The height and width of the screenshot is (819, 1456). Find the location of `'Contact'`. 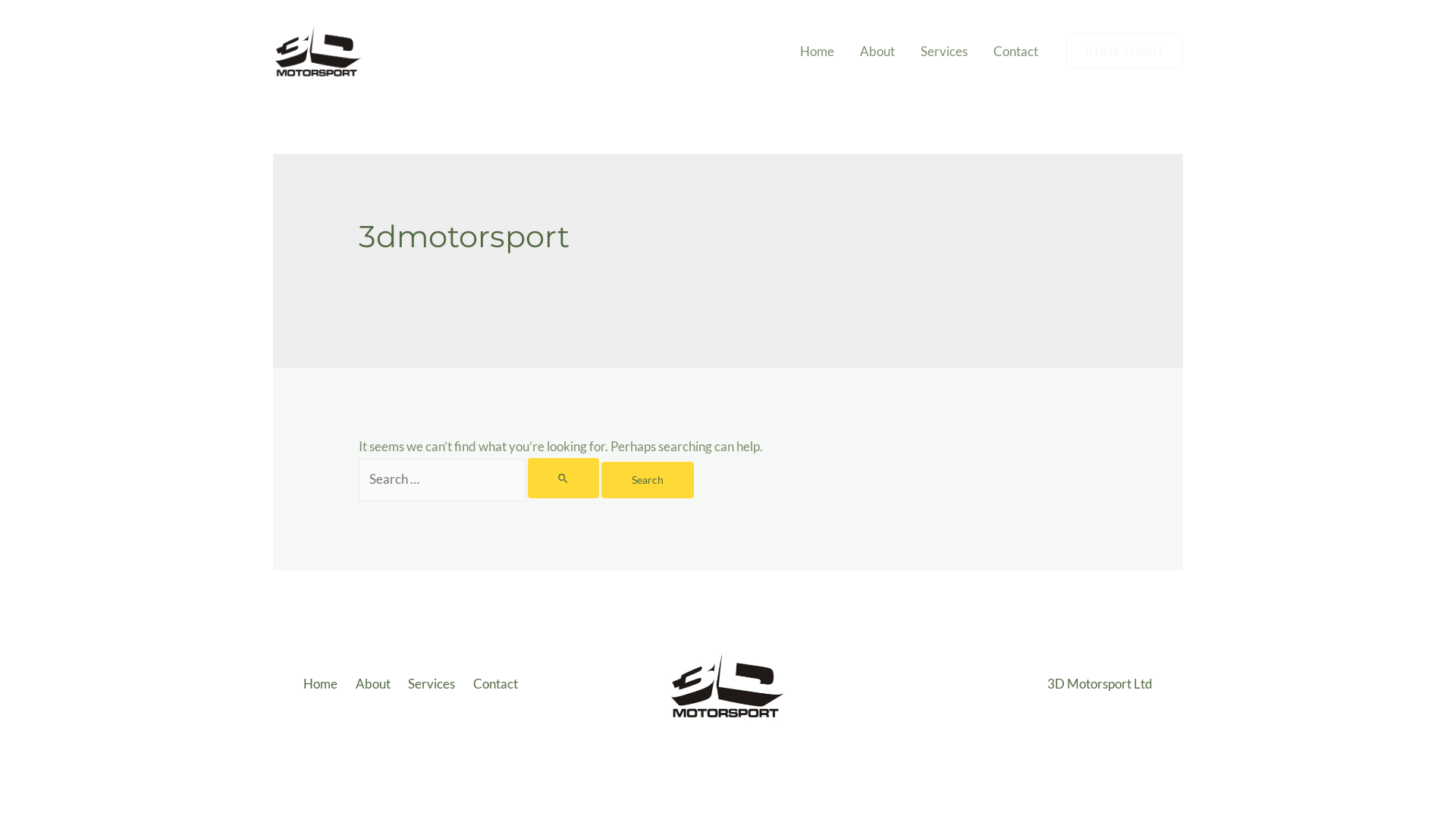

'Contact' is located at coordinates (497, 684).